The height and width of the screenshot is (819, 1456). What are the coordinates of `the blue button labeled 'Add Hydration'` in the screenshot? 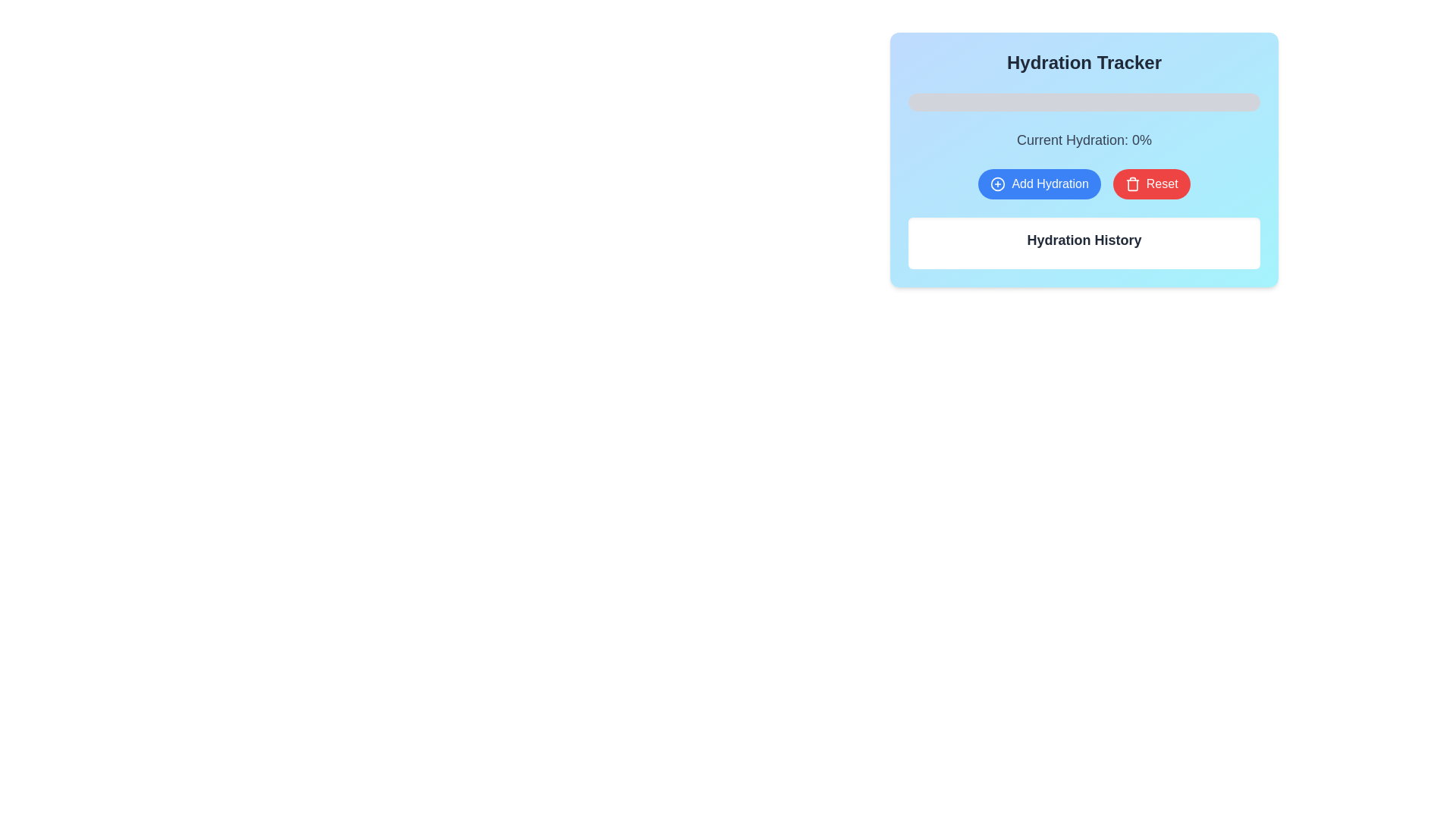 It's located at (1084, 184).